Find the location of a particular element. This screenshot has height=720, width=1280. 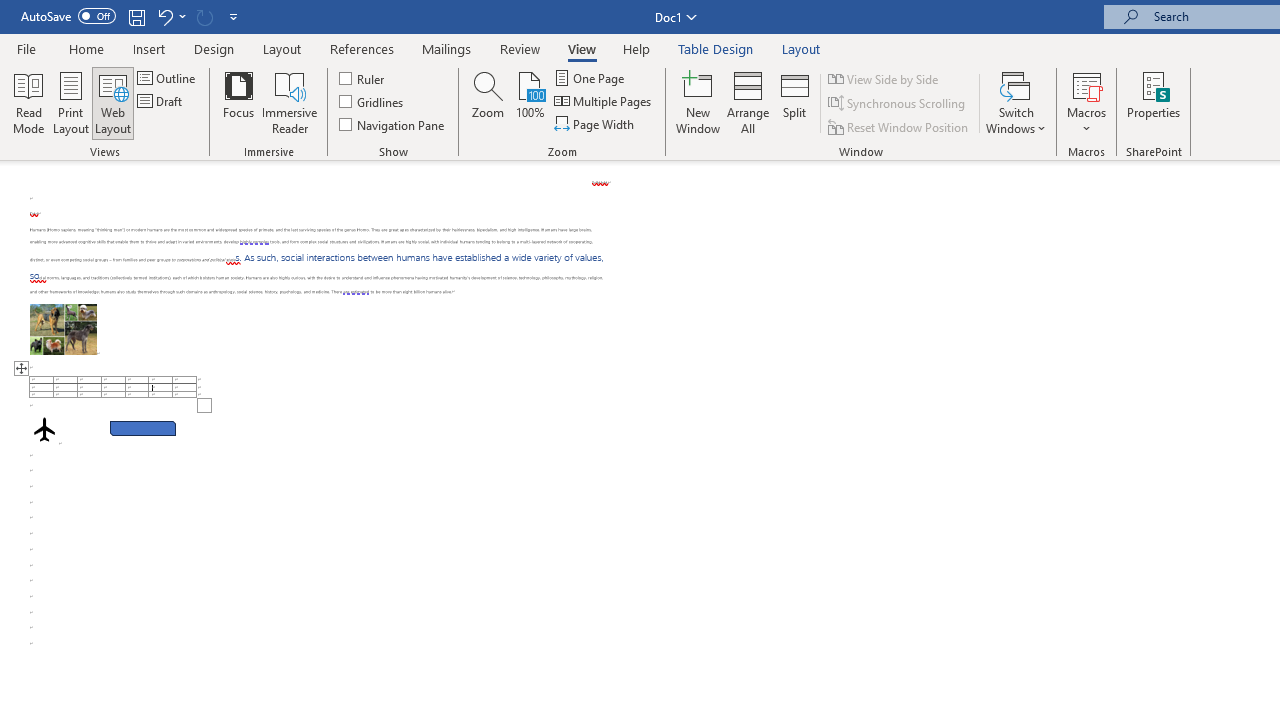

'Arrange All' is located at coordinates (747, 103).